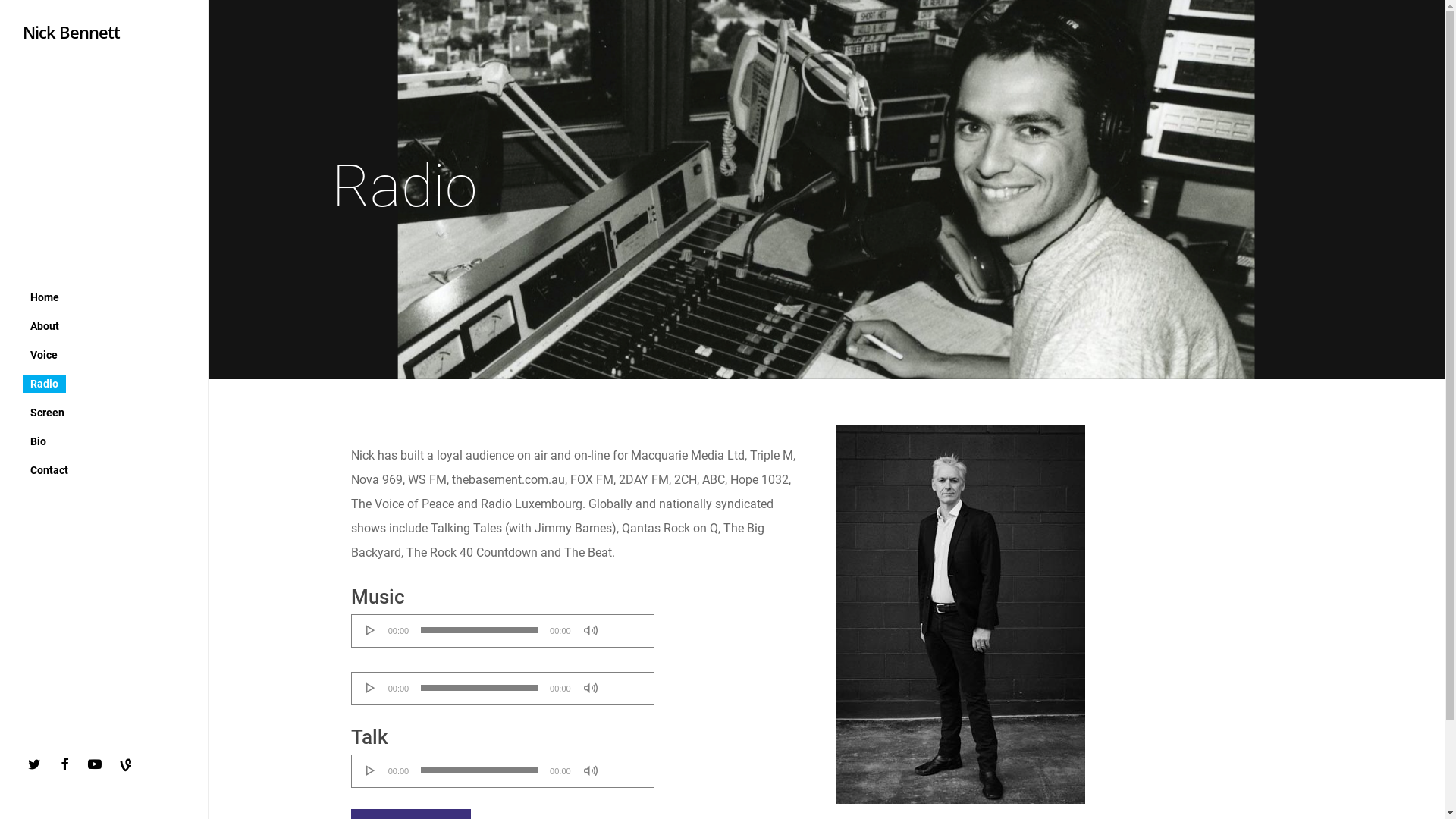  I want to click on 'About', so click(44, 324).